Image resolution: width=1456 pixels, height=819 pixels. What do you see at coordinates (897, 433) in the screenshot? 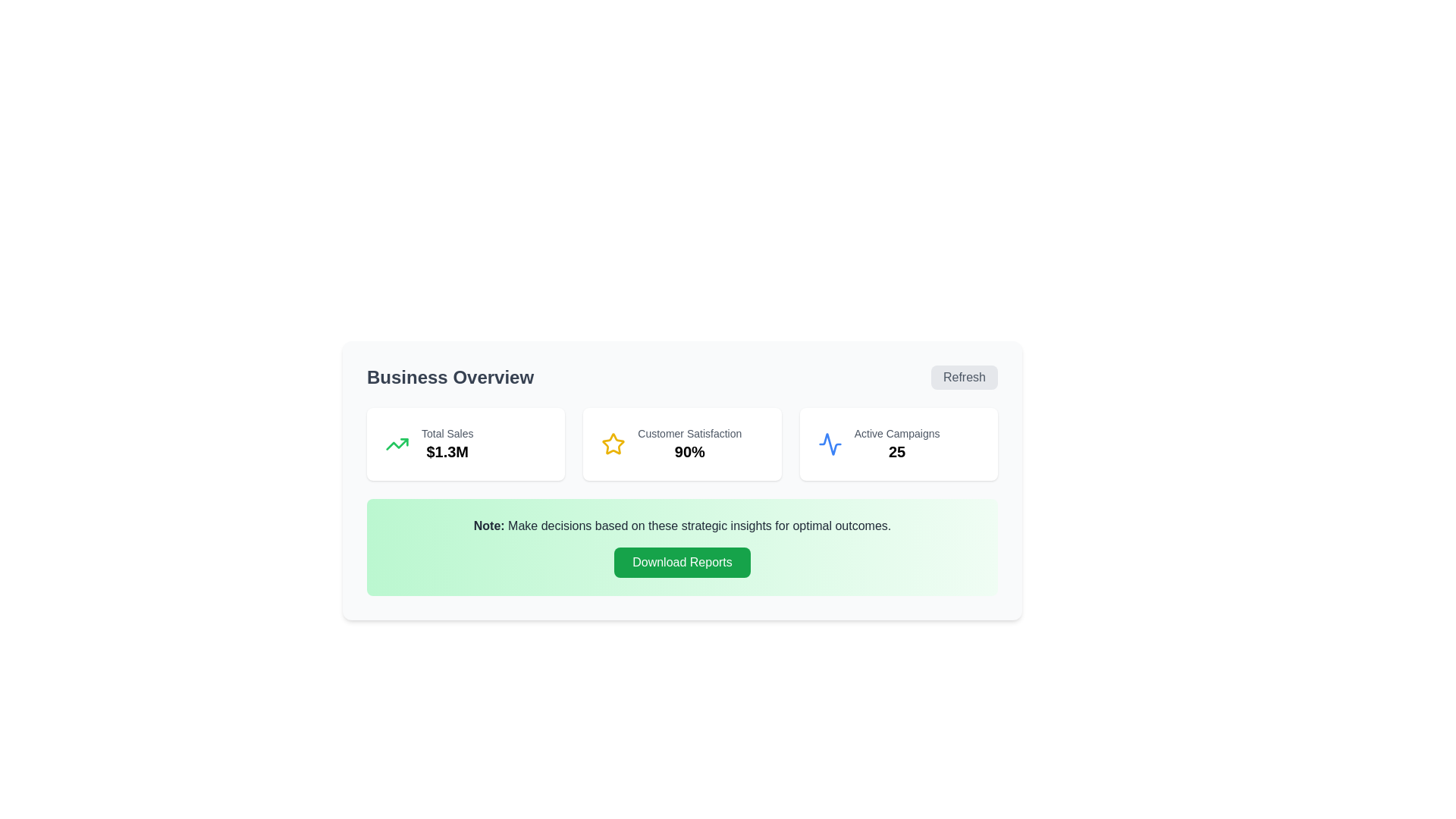
I see `the static text label displaying 'Active Campaigns' in gray color, located at the top of the third column in the 'Business Overview' section` at bounding box center [897, 433].